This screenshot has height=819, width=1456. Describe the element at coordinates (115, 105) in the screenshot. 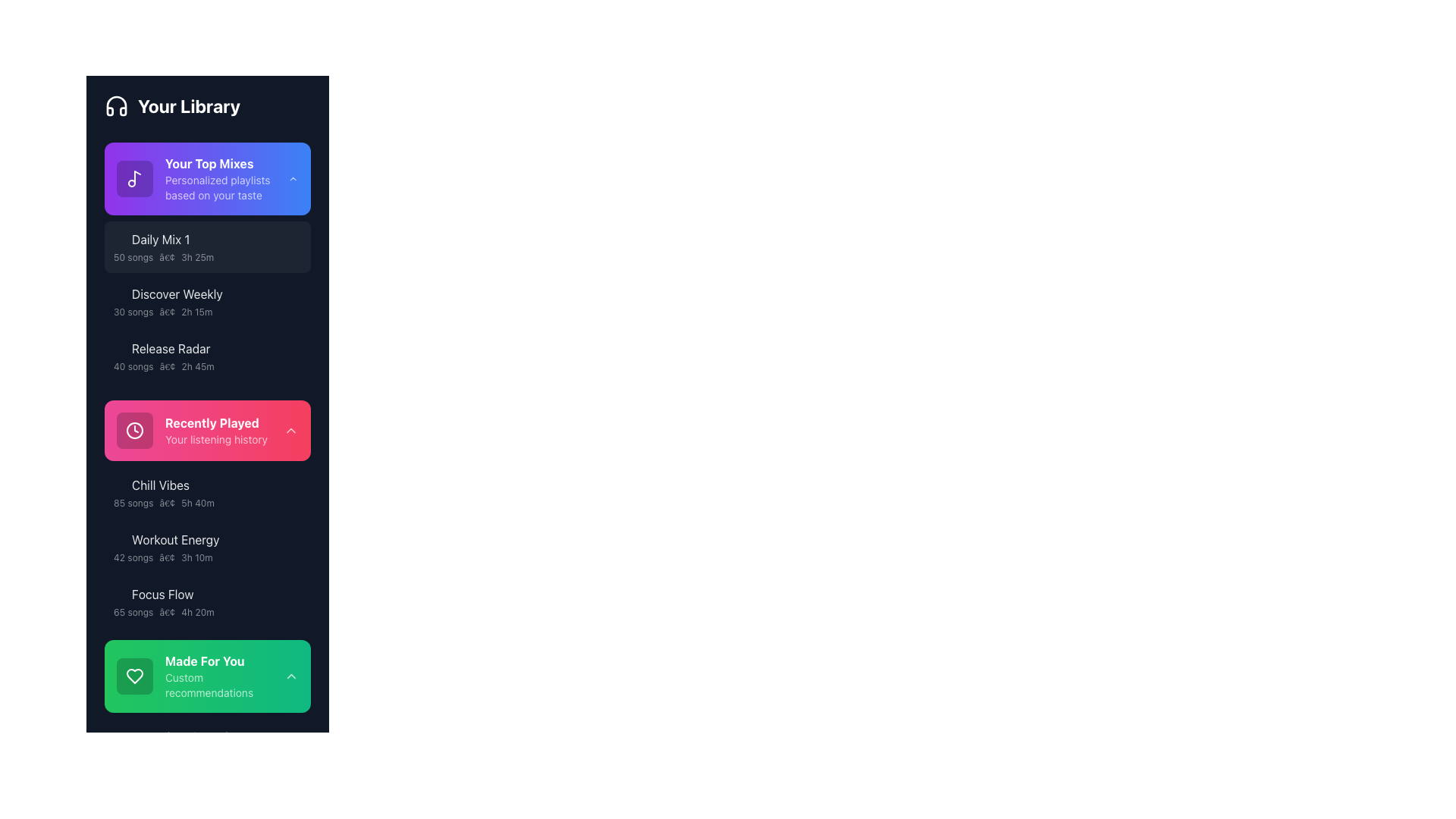

I see `the white headphone icon located on the leftmost side of the header section titled 'Your Library', which is situated directly to the left of the bold text 'Your Library'` at that location.